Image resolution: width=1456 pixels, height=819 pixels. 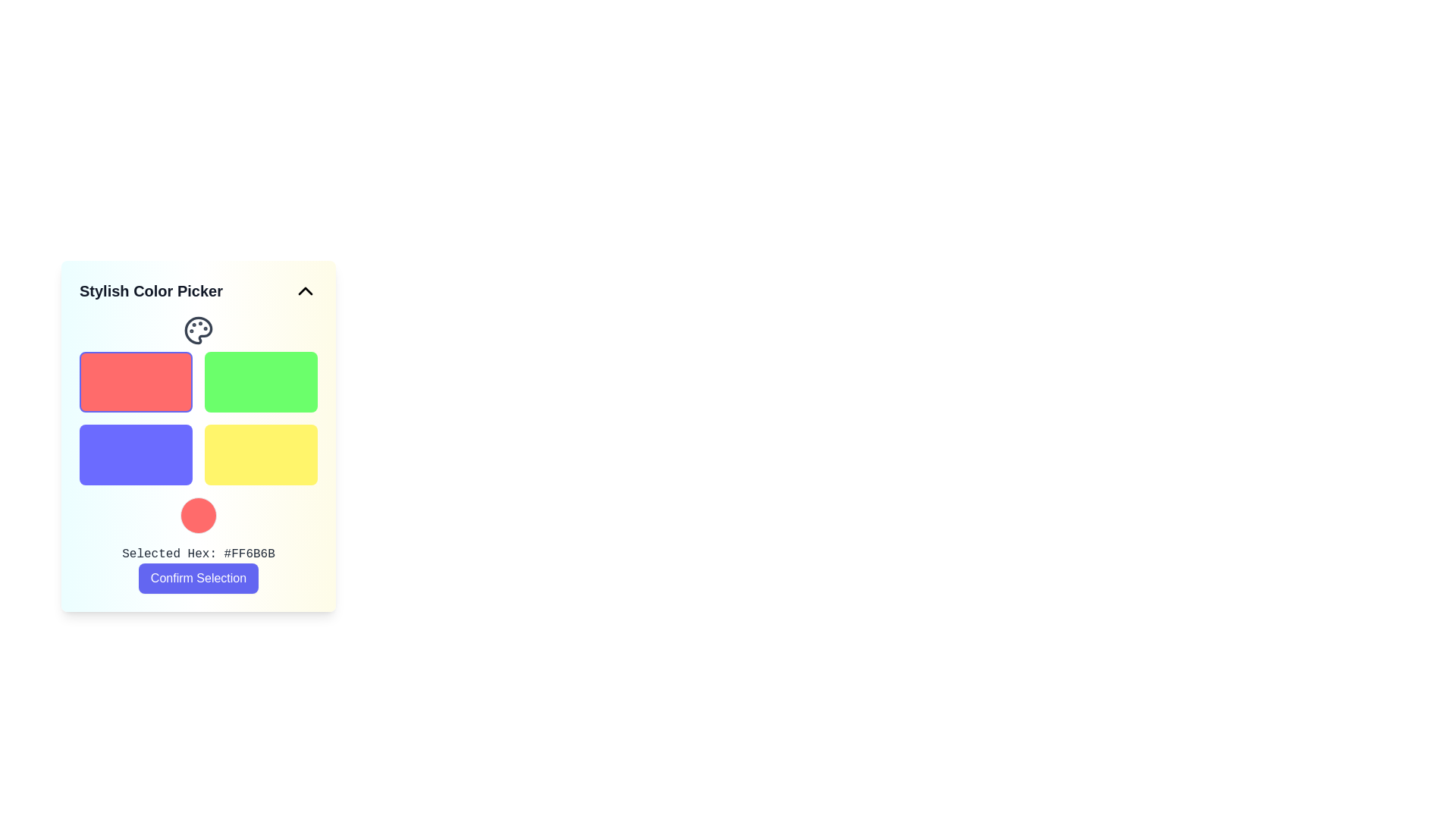 I want to click on the top-left selectable box with a red background and indigo border to observe a visual scaling effect, so click(x=136, y=381).